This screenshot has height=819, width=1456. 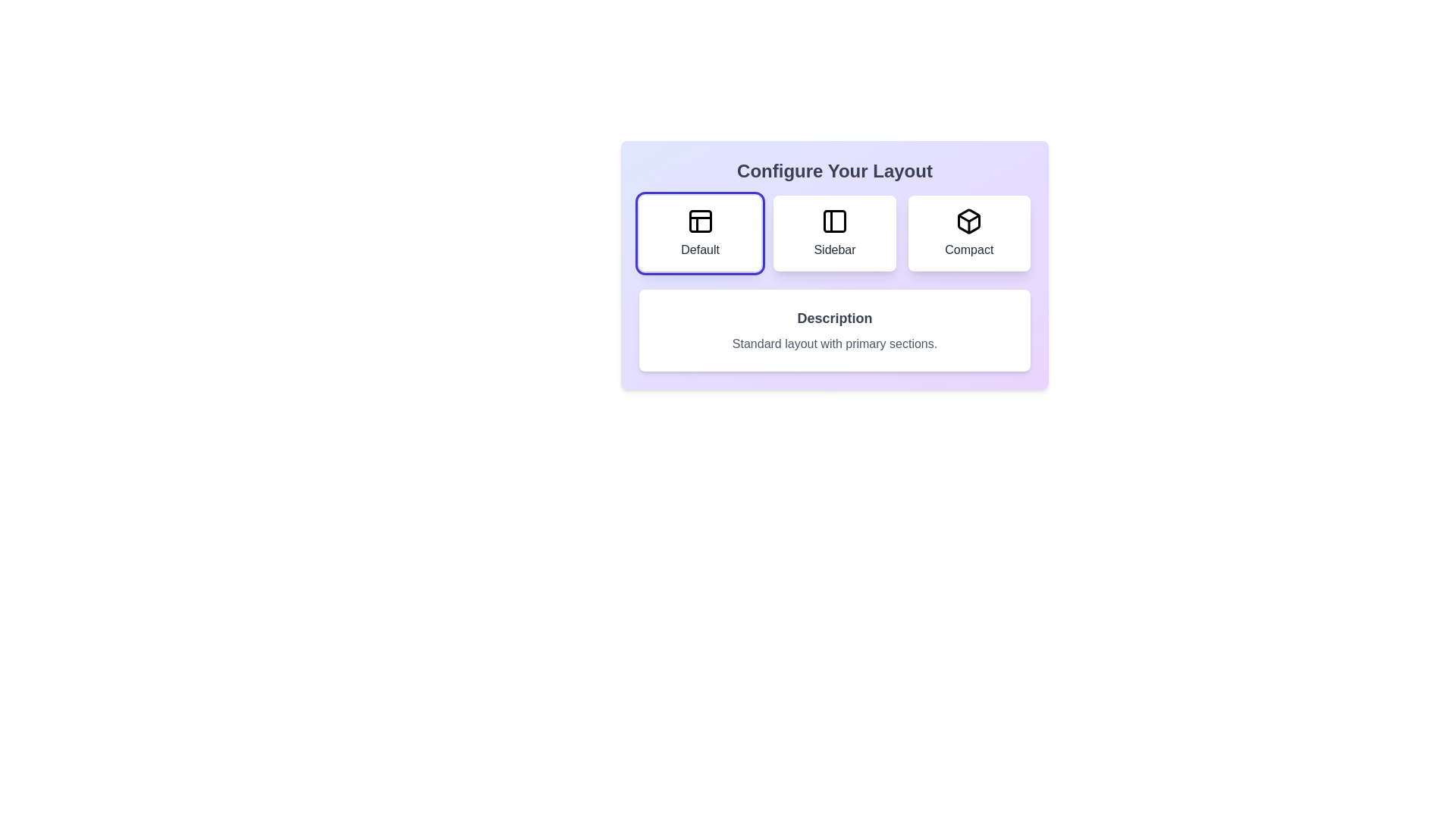 What do you see at coordinates (833, 234) in the screenshot?
I see `the layout option Sidebar for visual inspection` at bounding box center [833, 234].